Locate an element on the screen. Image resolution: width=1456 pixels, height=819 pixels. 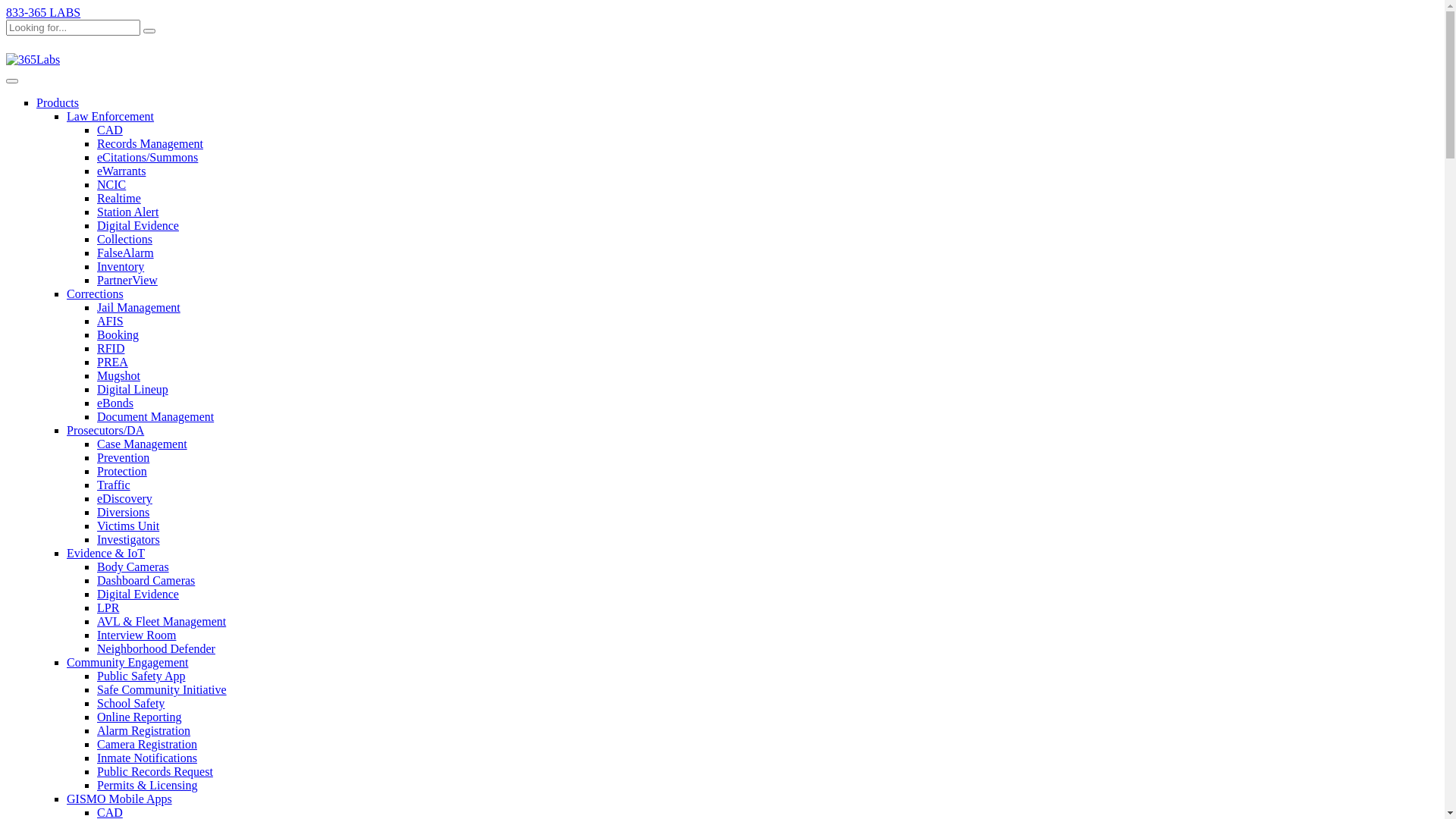
'PREA' is located at coordinates (111, 362).